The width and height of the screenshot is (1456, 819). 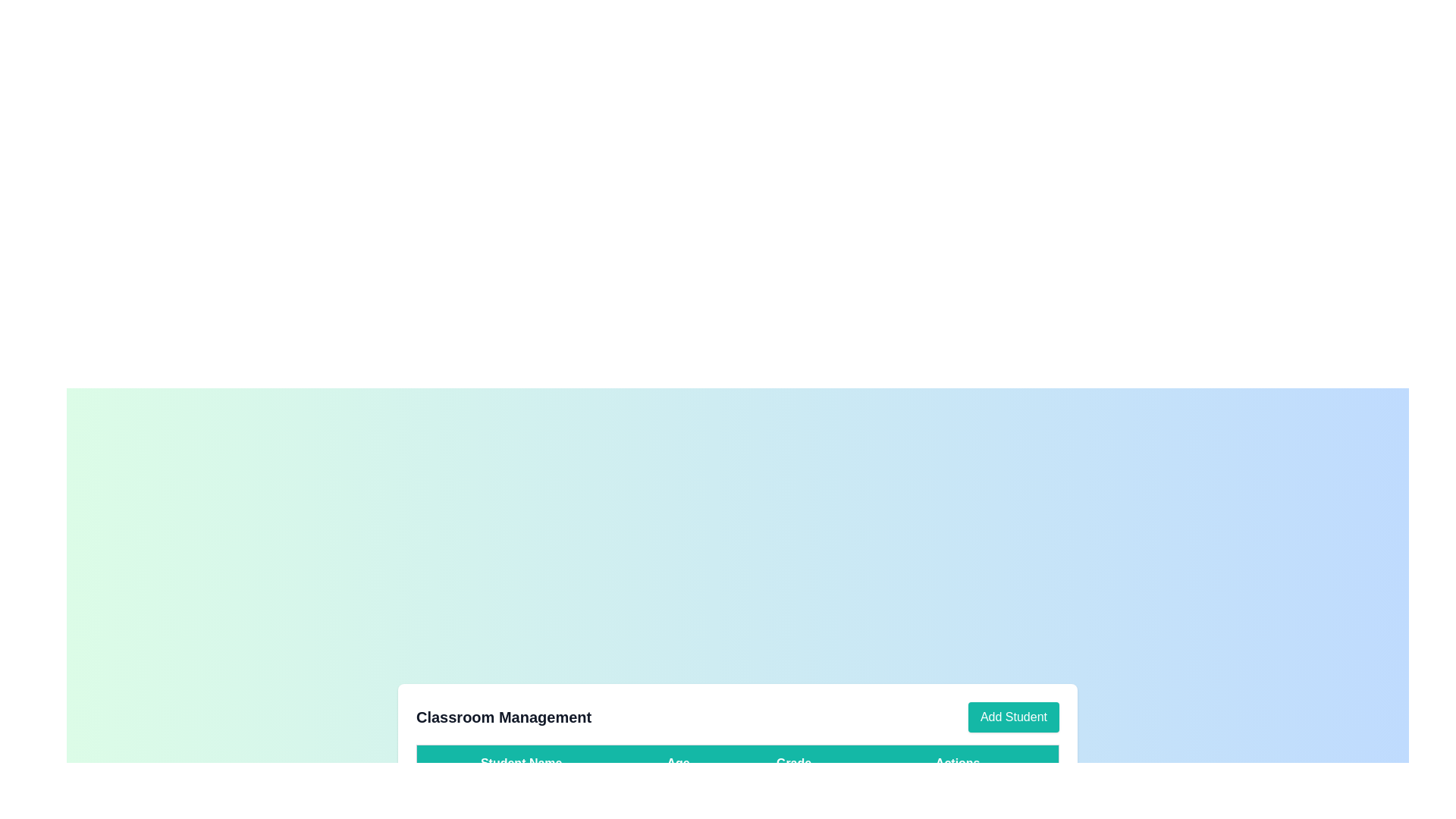 What do you see at coordinates (1013, 717) in the screenshot?
I see `the 'Add New Student' button located in the 'Classroom Management' section to change its background color` at bounding box center [1013, 717].